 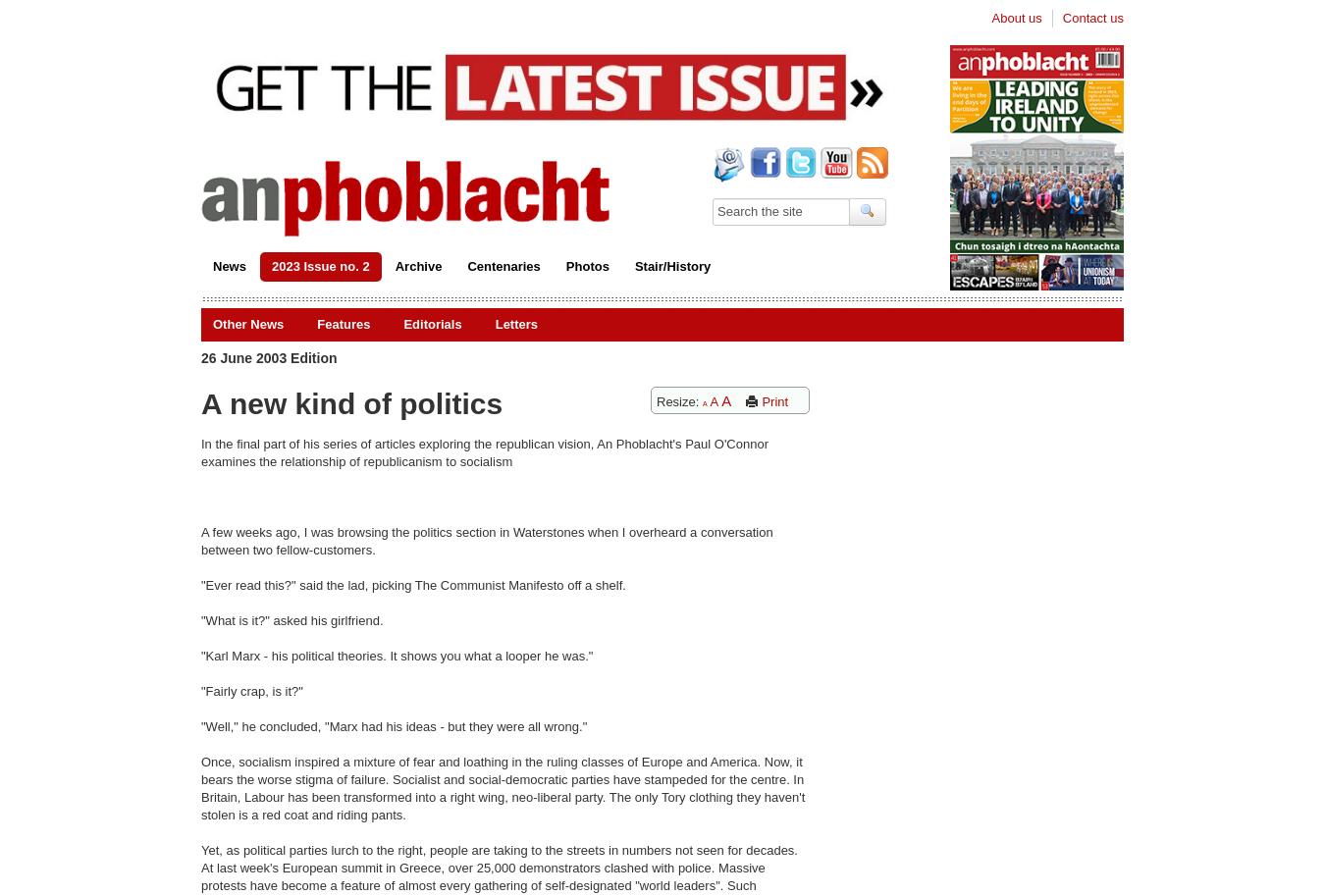 I want to click on '"Fairly crap, is it?"', so click(x=201, y=691).